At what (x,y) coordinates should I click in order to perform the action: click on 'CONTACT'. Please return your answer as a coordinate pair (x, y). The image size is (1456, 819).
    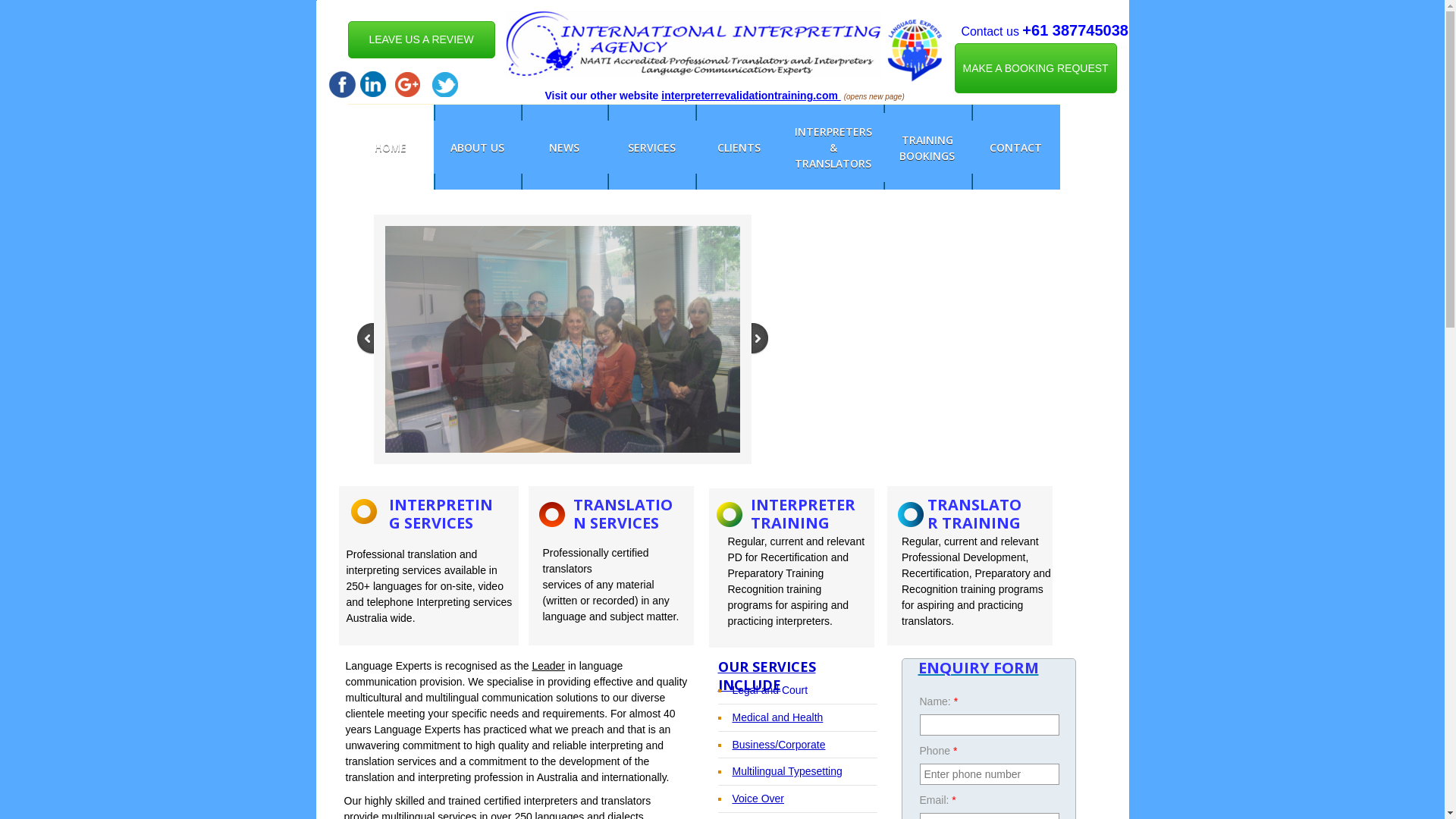
    Looking at the image, I should click on (1015, 146).